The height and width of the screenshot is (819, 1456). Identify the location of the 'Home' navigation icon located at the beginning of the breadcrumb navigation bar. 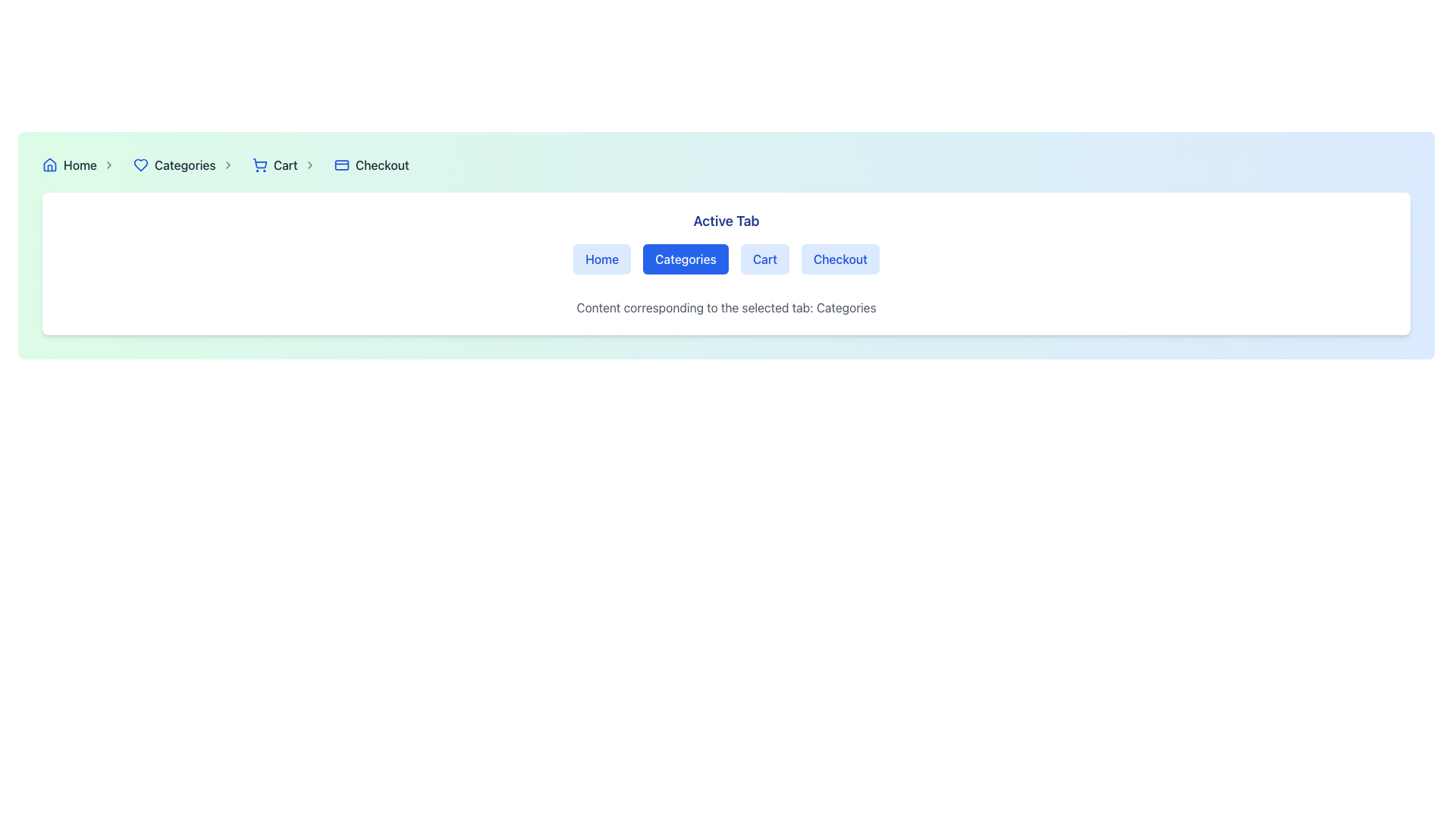
(50, 165).